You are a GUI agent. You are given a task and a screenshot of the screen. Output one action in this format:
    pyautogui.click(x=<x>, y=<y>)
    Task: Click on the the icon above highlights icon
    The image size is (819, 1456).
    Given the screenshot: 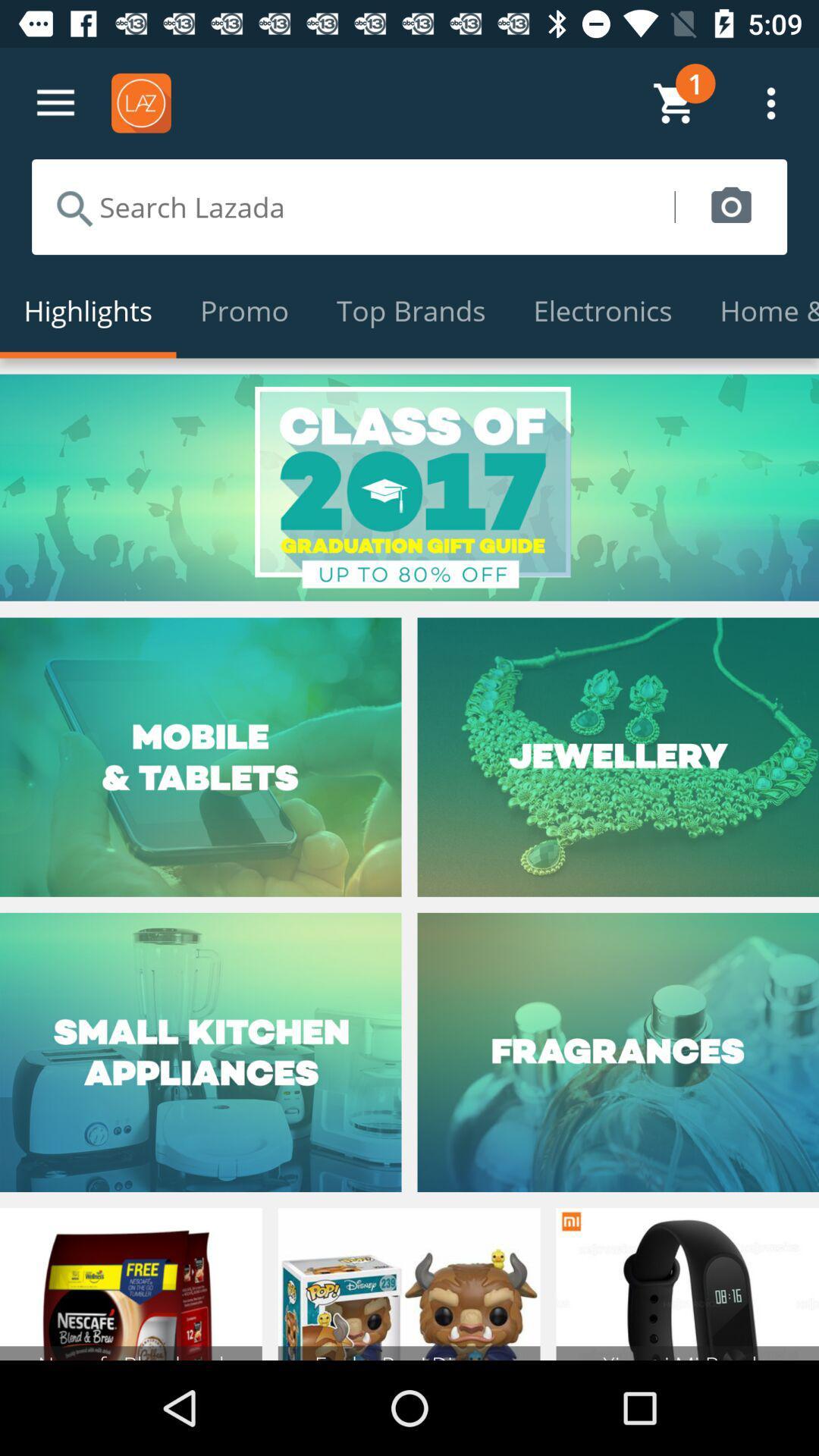 What is the action you would take?
    pyautogui.click(x=353, y=206)
    